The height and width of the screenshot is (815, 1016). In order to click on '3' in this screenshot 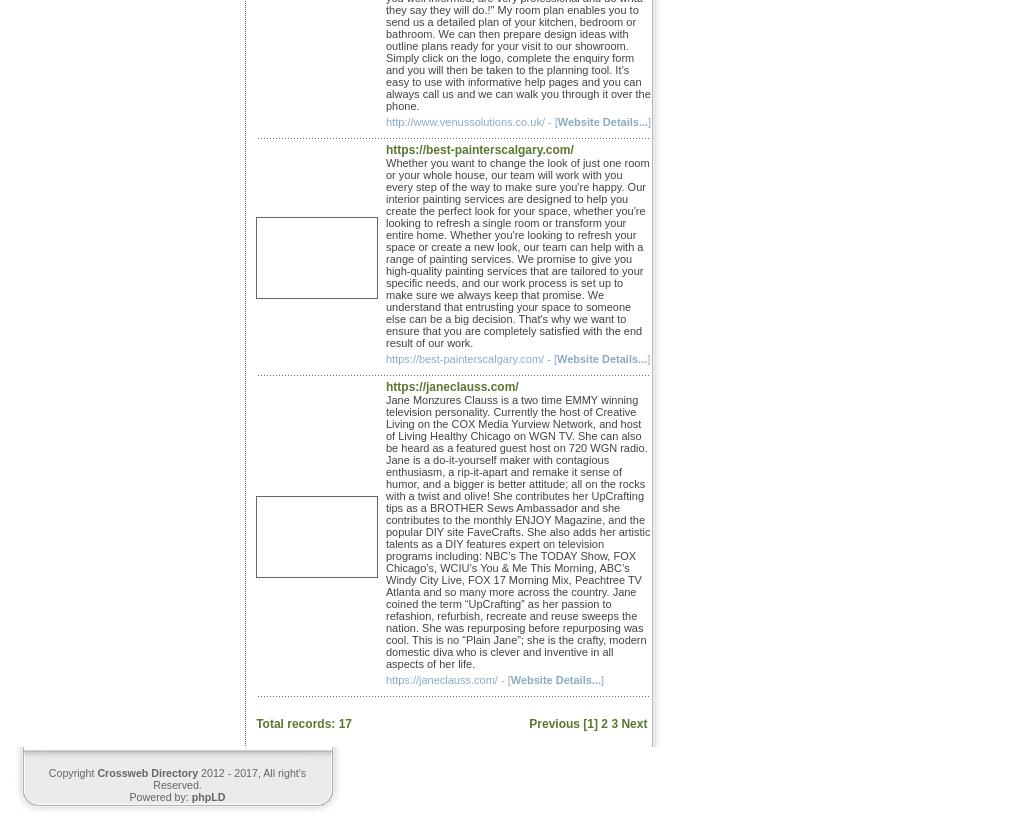, I will do `click(614, 723)`.